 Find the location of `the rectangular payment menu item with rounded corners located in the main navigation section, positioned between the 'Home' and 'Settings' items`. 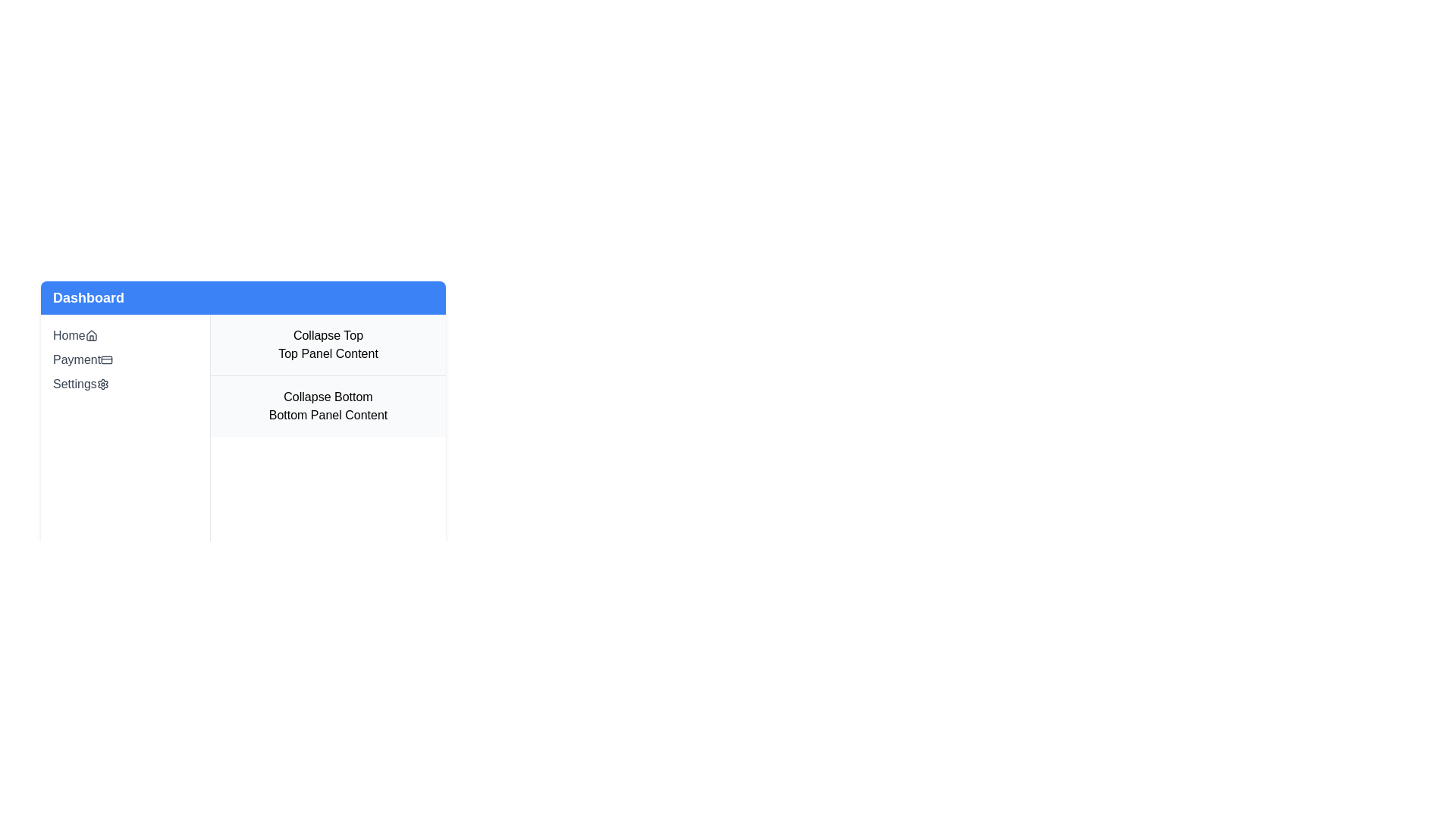

the rectangular payment menu item with rounded corners located in the main navigation section, positioned between the 'Home' and 'Settings' items is located at coordinates (106, 359).